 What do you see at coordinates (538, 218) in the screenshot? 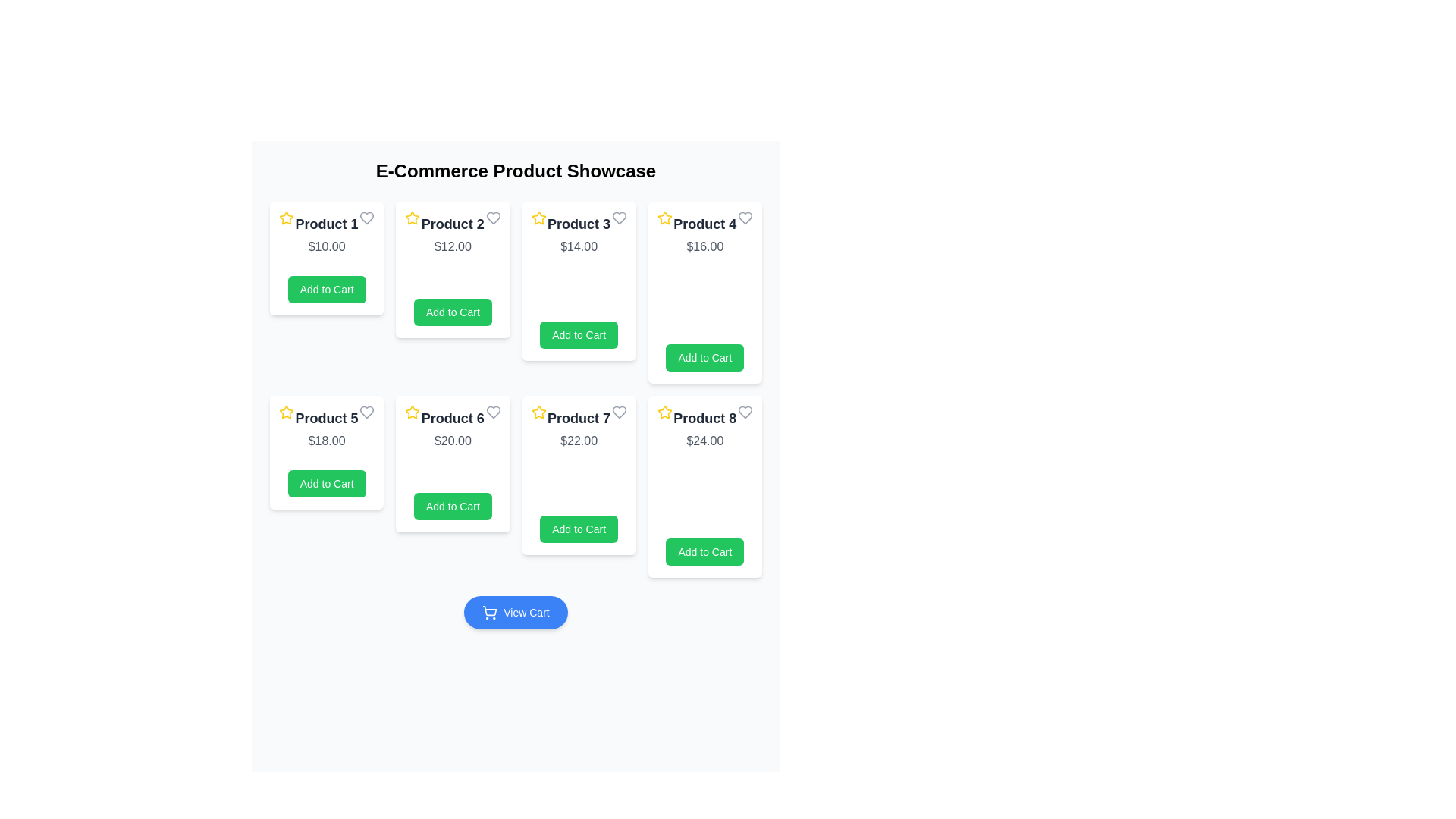
I see `the favorite icon located at the top-left corner of the 'Product 3' card, next to the product title` at bounding box center [538, 218].